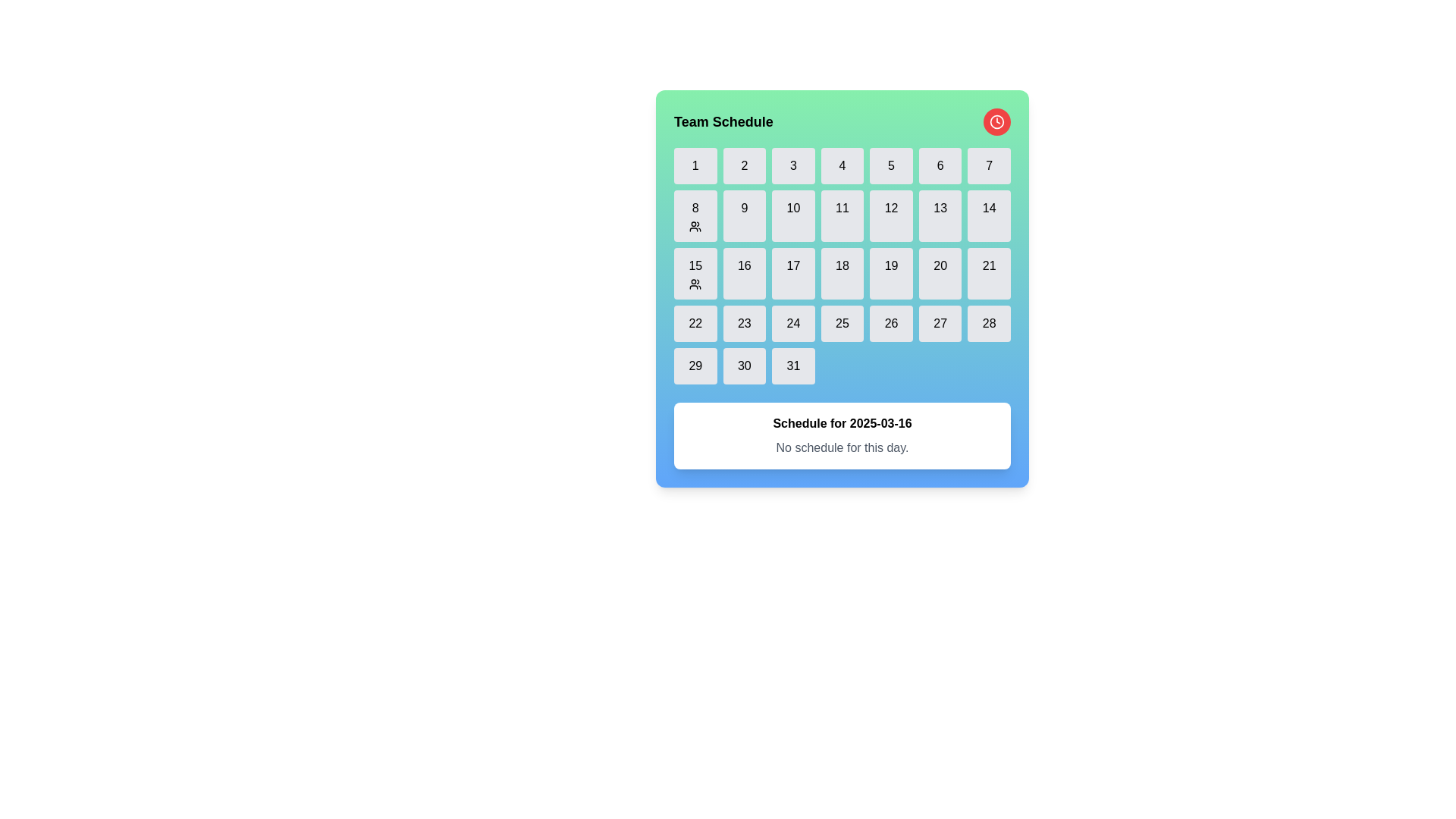 The image size is (1456, 819). What do you see at coordinates (744, 166) in the screenshot?
I see `the small, centered number '2' displayed in bold black font within a rounded square button in the calendar grid of the 'Team Schedule' interface` at bounding box center [744, 166].